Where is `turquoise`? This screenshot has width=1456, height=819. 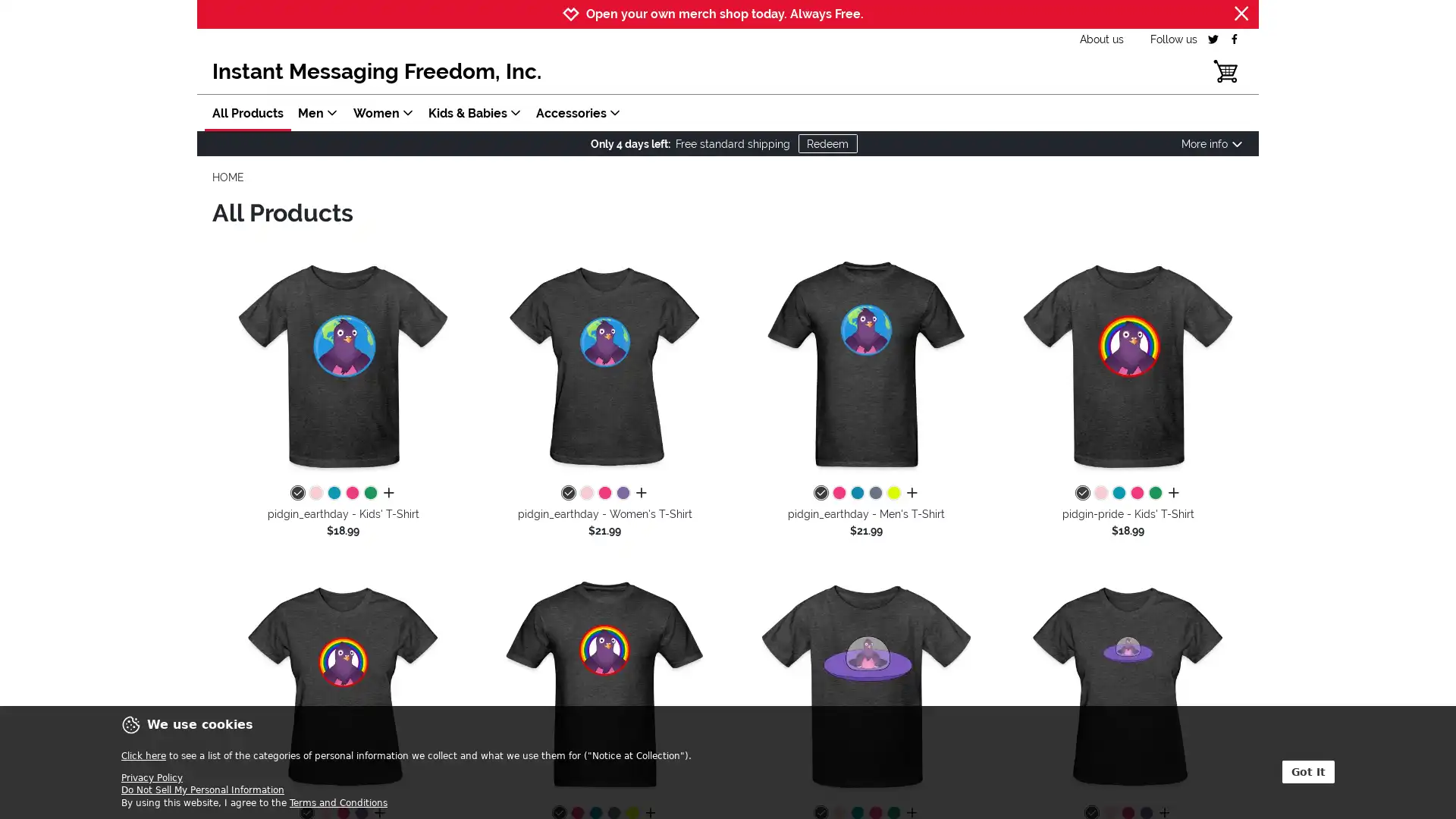 turquoise is located at coordinates (333, 494).